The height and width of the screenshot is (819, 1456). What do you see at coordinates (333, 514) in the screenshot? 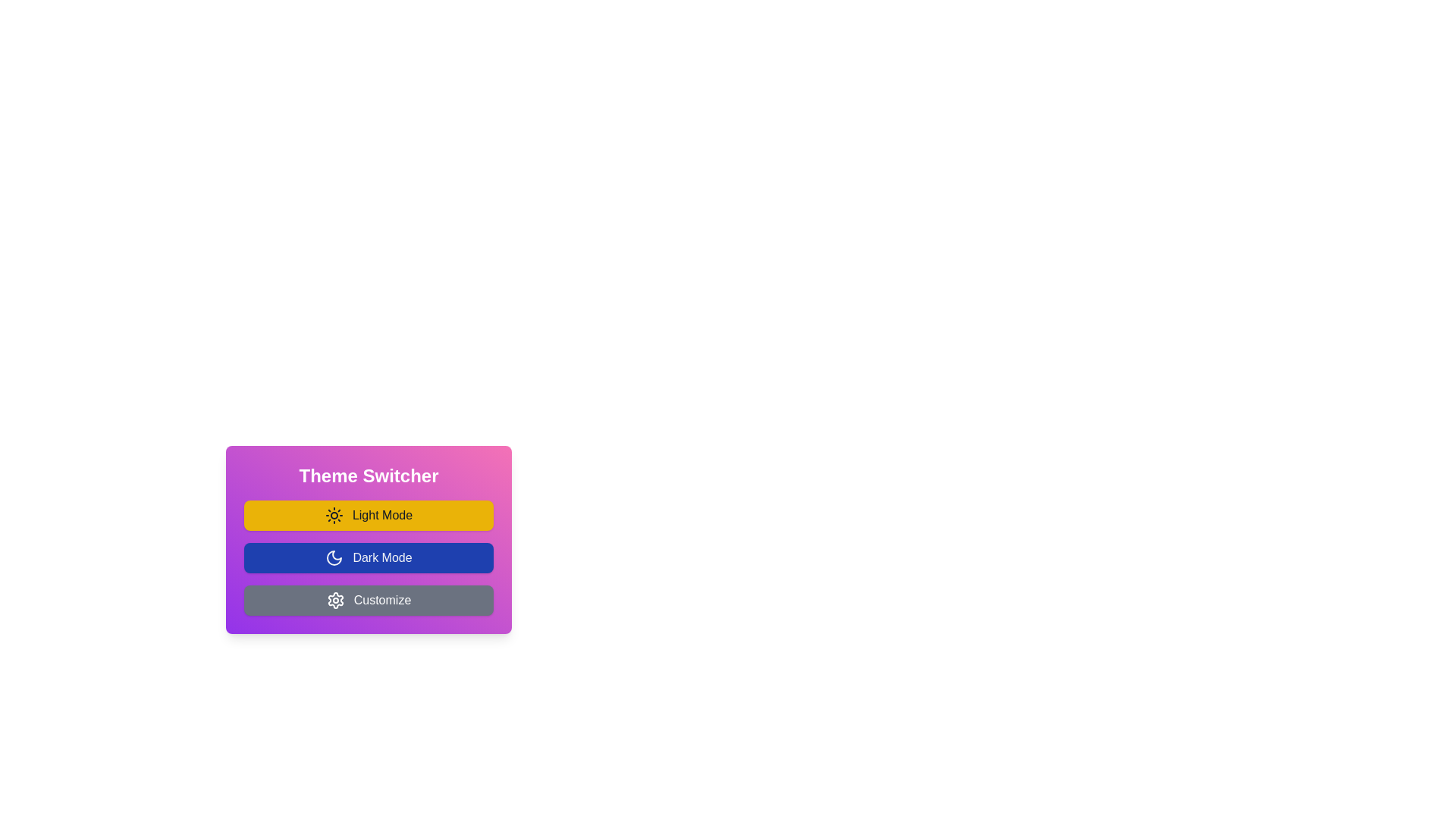
I see `the light mode toggle icon located within the 'Theme Switcher' vertical menu, positioned adjacent to the 'Light Mode' label` at bounding box center [333, 514].